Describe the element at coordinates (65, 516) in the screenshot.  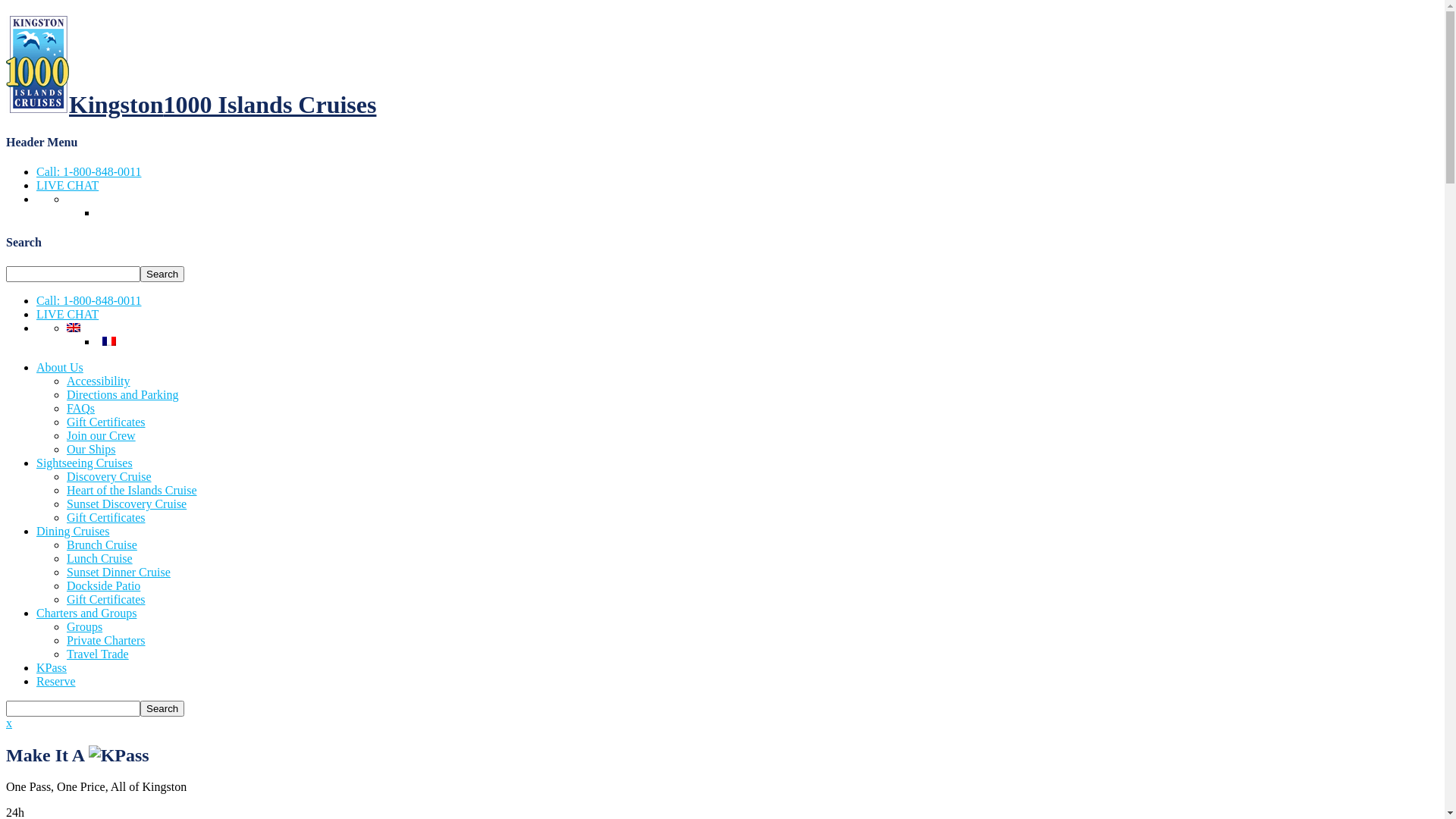
I see `'Gift Certificates'` at that location.